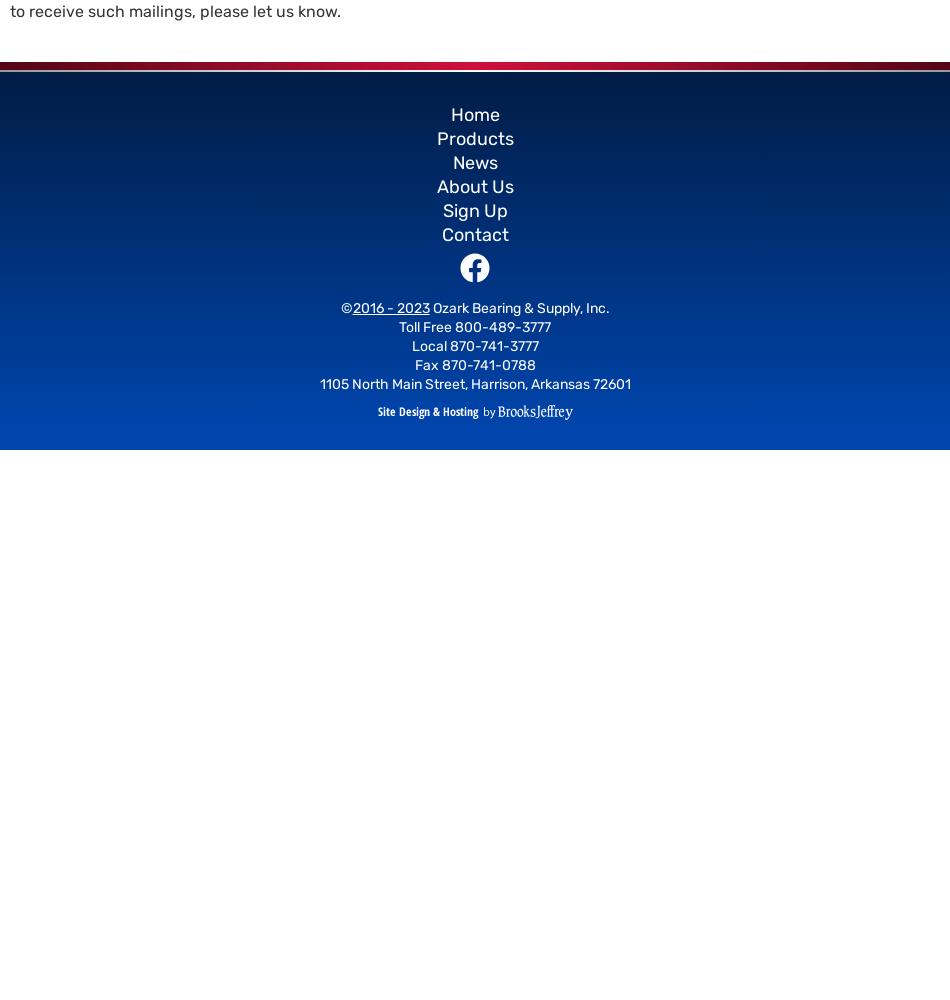  I want to click on 'News', so click(473, 163).